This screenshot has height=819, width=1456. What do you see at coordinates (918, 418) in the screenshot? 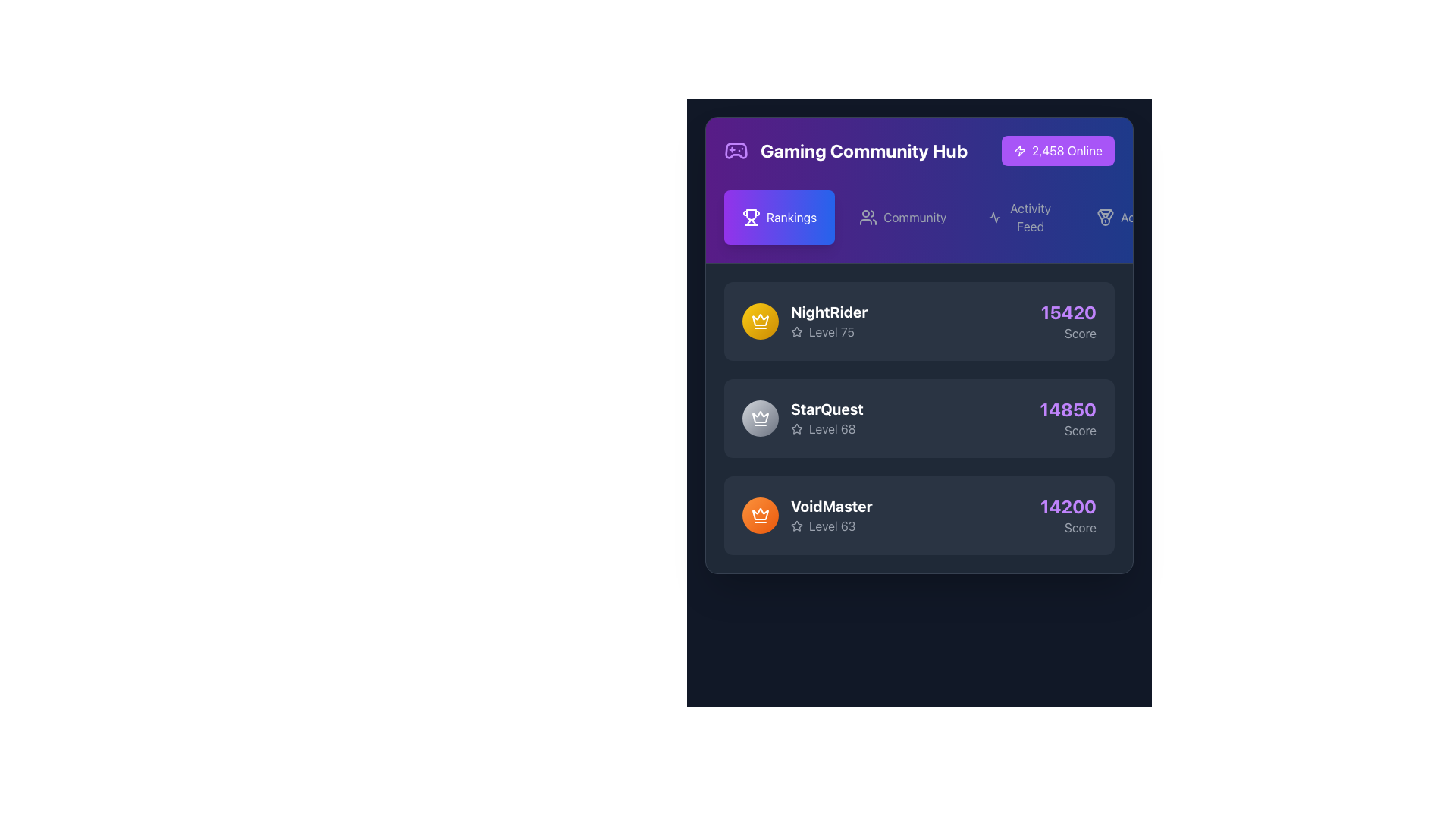
I see `the leaderboard entry display for 'StarQuest', which shows level 68 and score 14850, located as the second entry in the leaderboard` at bounding box center [918, 418].